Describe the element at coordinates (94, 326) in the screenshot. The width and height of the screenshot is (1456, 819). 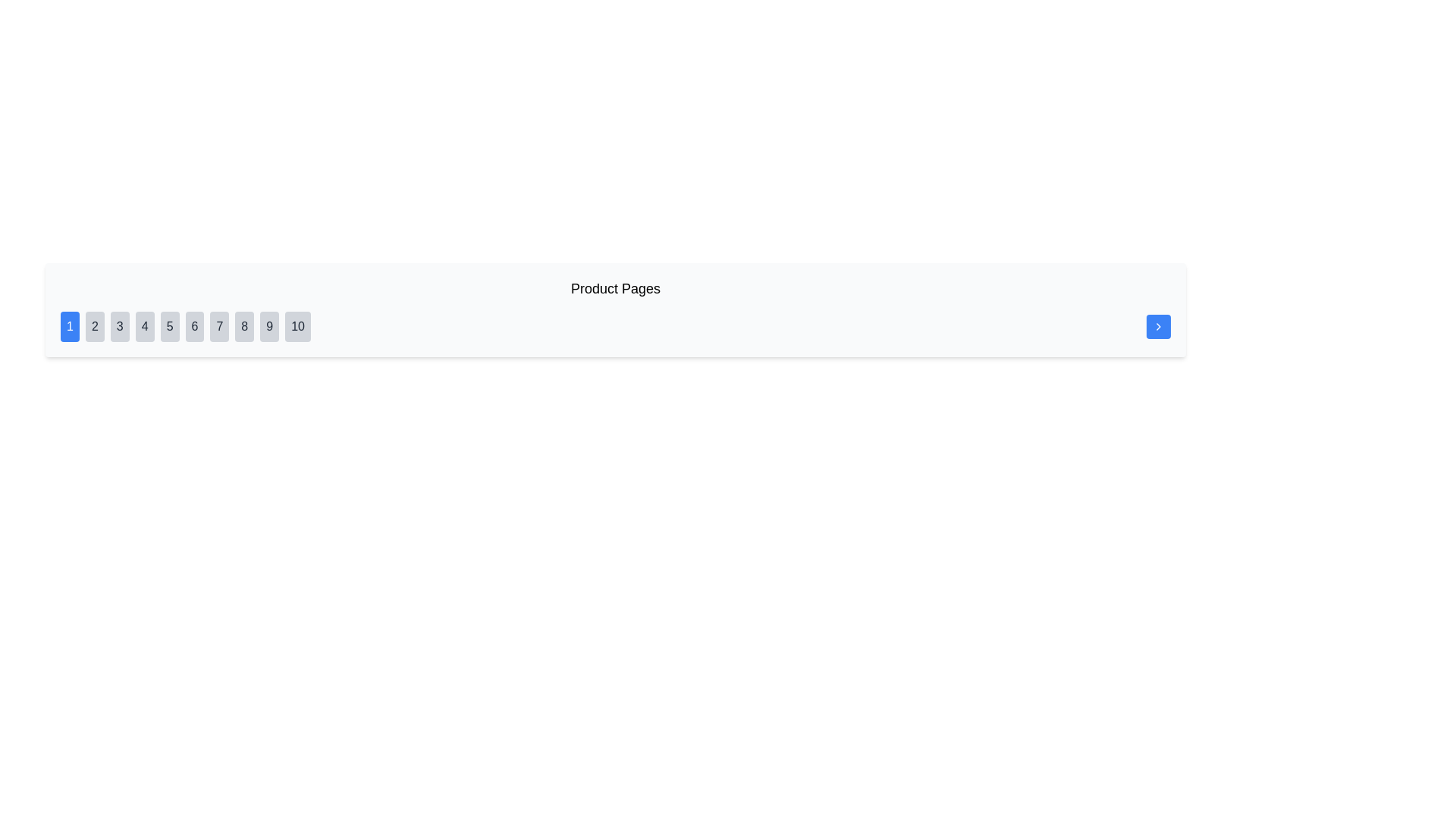
I see `the button labeled '2', which has a light gray background and black text, located in the center of the interface` at that location.